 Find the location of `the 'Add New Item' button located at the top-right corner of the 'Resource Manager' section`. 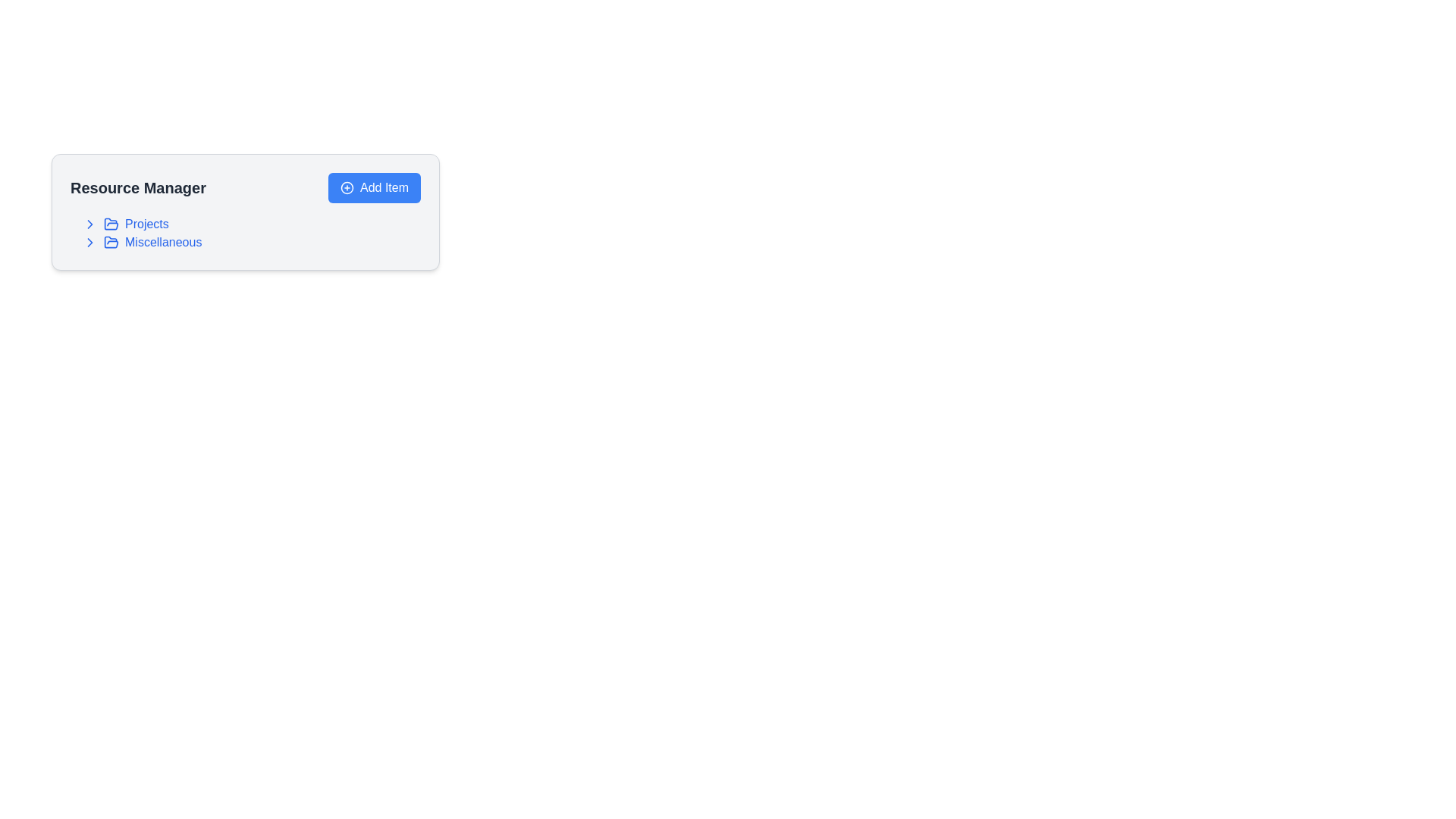

the 'Add New Item' button located at the top-right corner of the 'Resource Manager' section is located at coordinates (375, 187).